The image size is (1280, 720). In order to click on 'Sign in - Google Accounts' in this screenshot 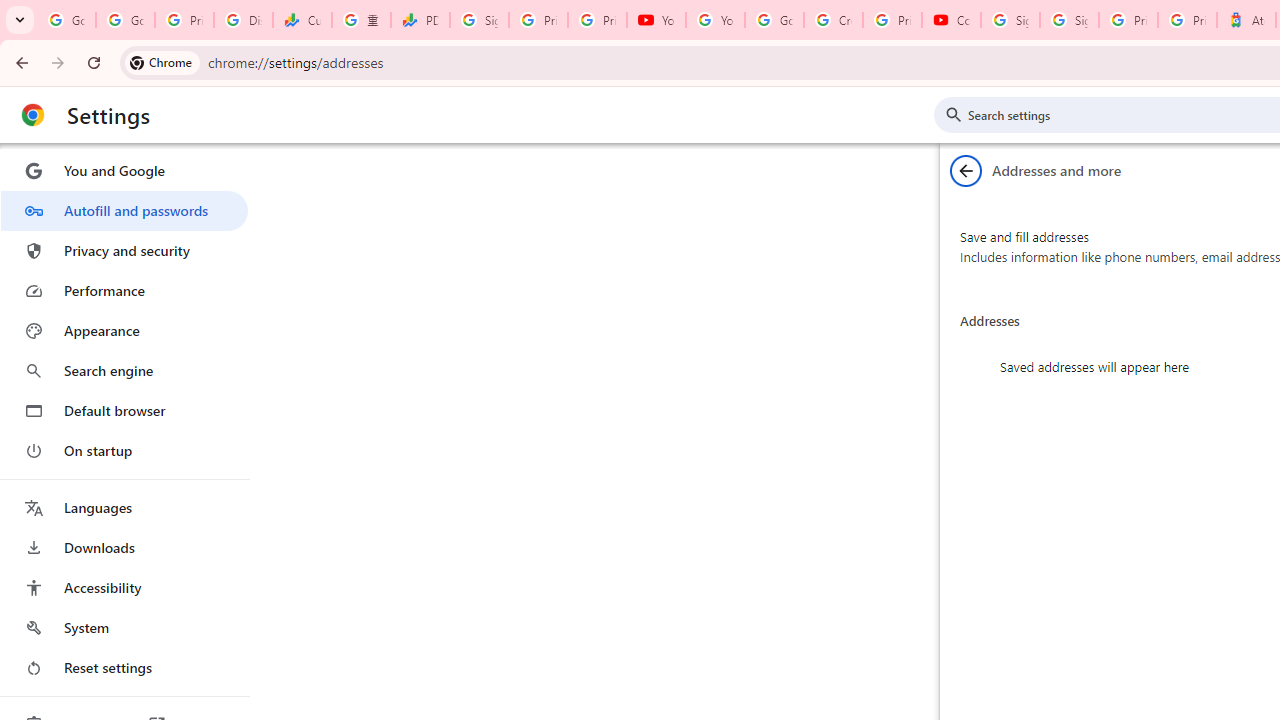, I will do `click(1010, 20)`.